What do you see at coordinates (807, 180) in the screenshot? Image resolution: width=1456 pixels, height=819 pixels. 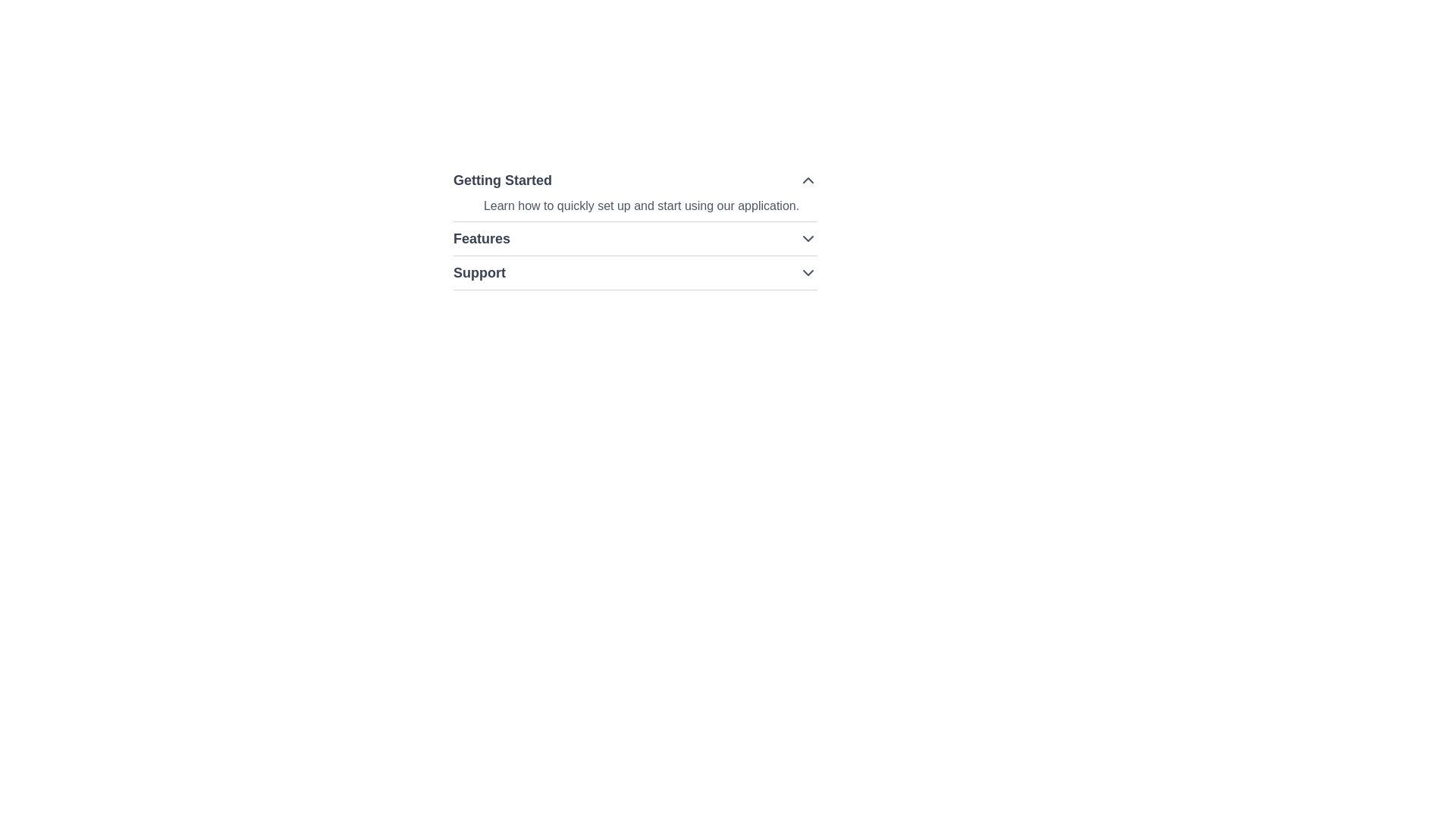 I see `the icon button located at the rightmost side of the 'Getting Started' header section` at bounding box center [807, 180].